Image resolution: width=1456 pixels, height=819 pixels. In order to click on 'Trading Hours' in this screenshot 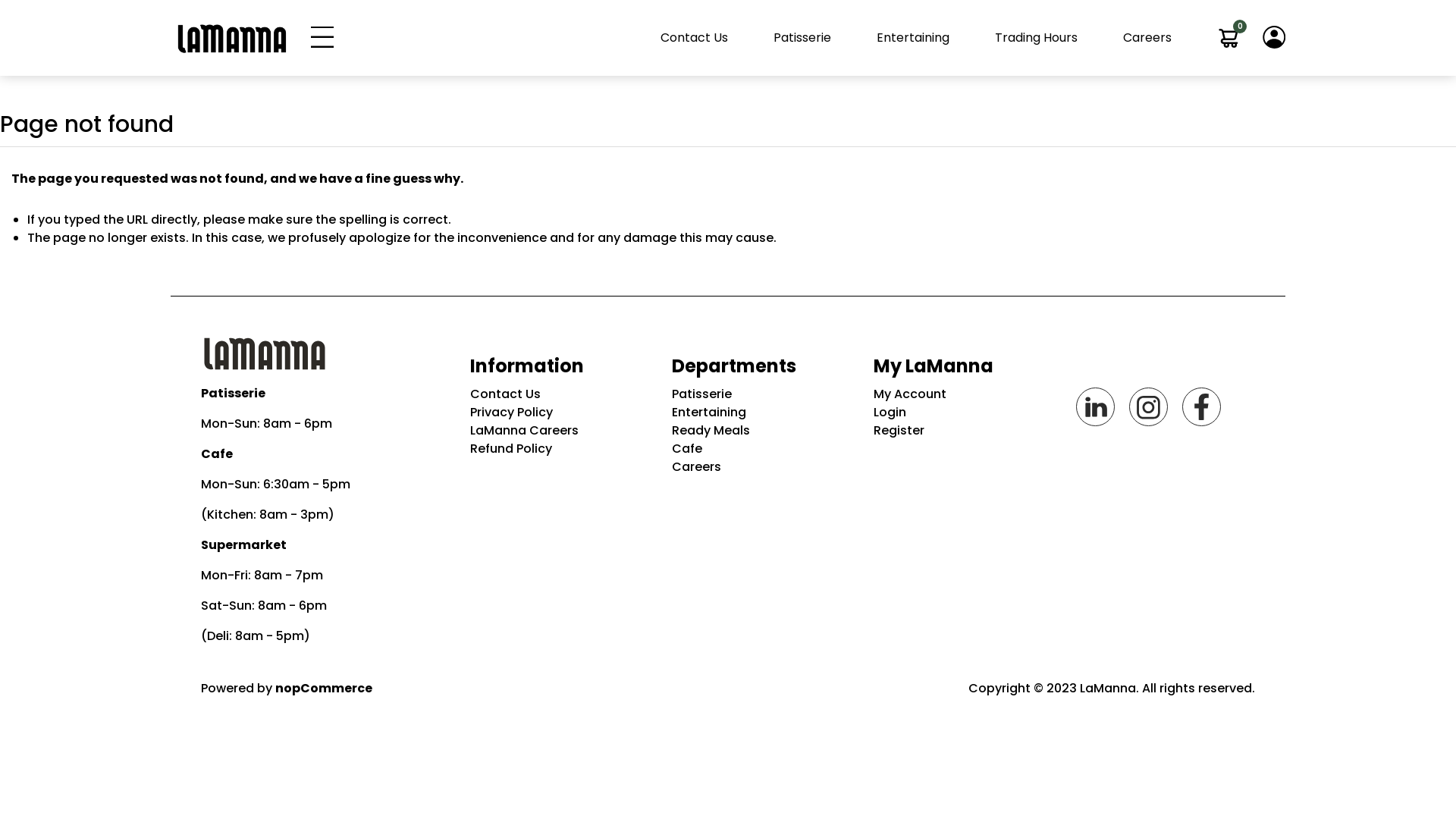, I will do `click(987, 37)`.